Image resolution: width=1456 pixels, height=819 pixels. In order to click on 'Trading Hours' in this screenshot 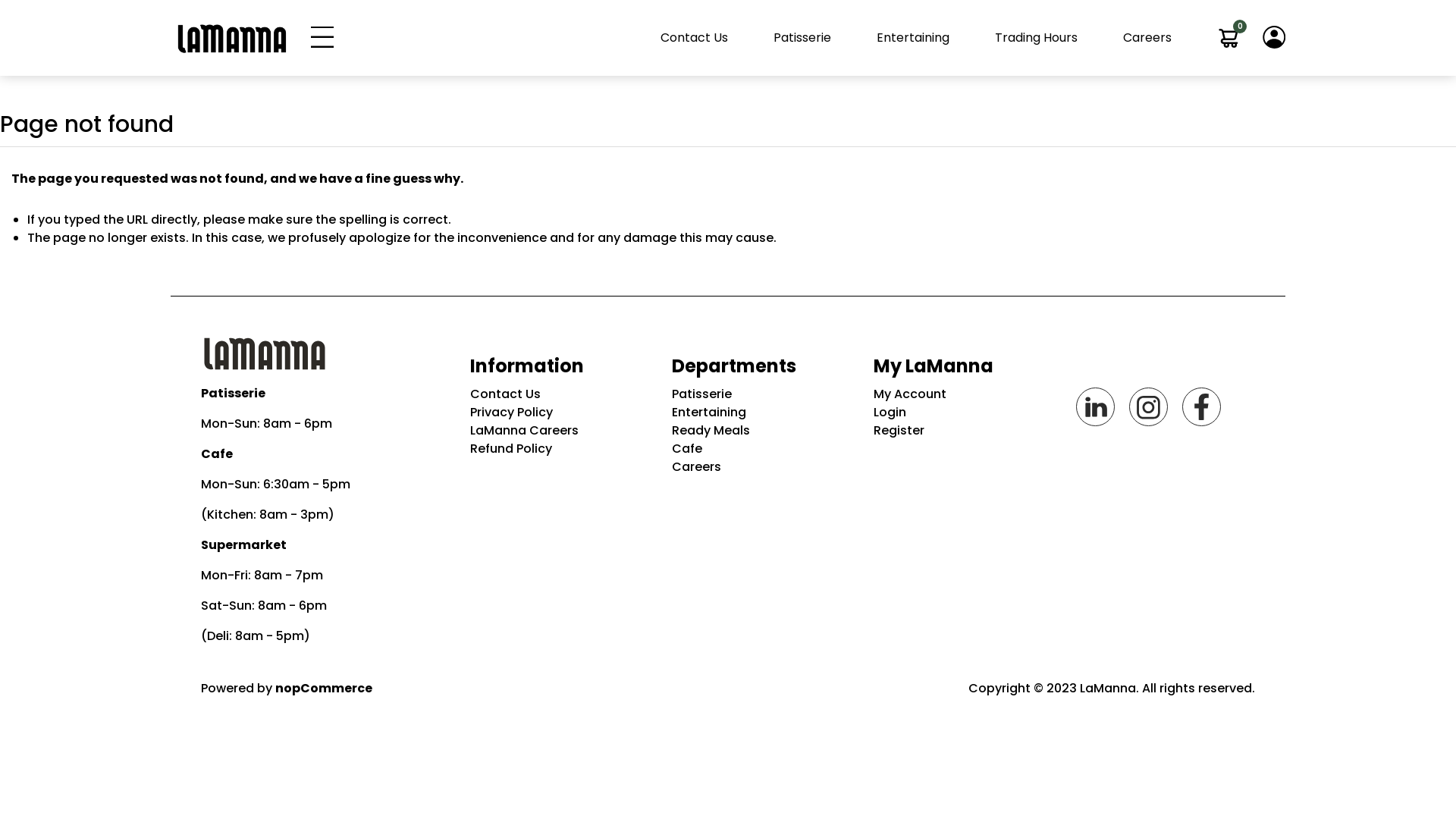, I will do `click(987, 37)`.